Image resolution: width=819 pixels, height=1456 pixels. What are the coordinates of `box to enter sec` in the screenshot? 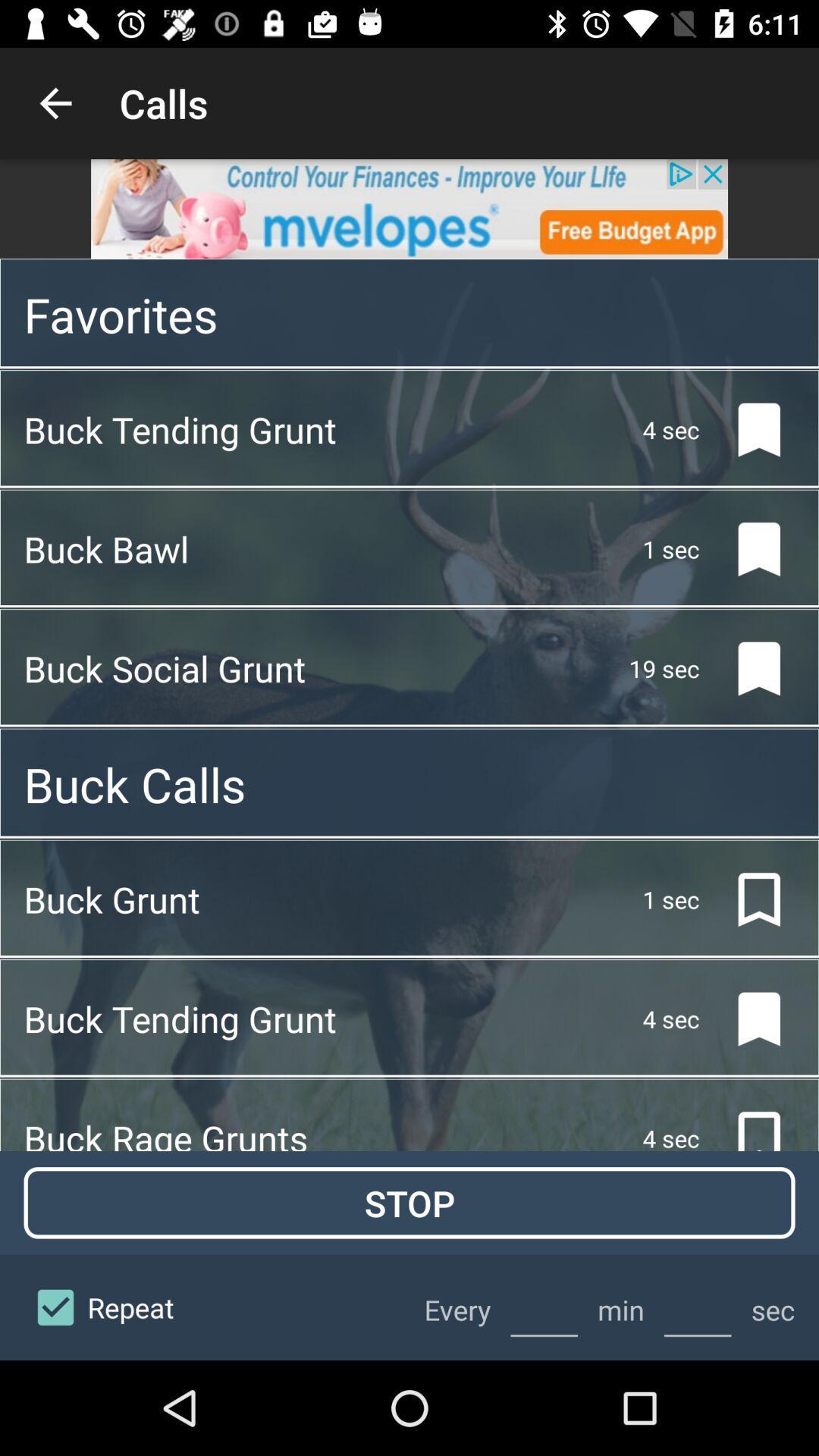 It's located at (698, 1307).